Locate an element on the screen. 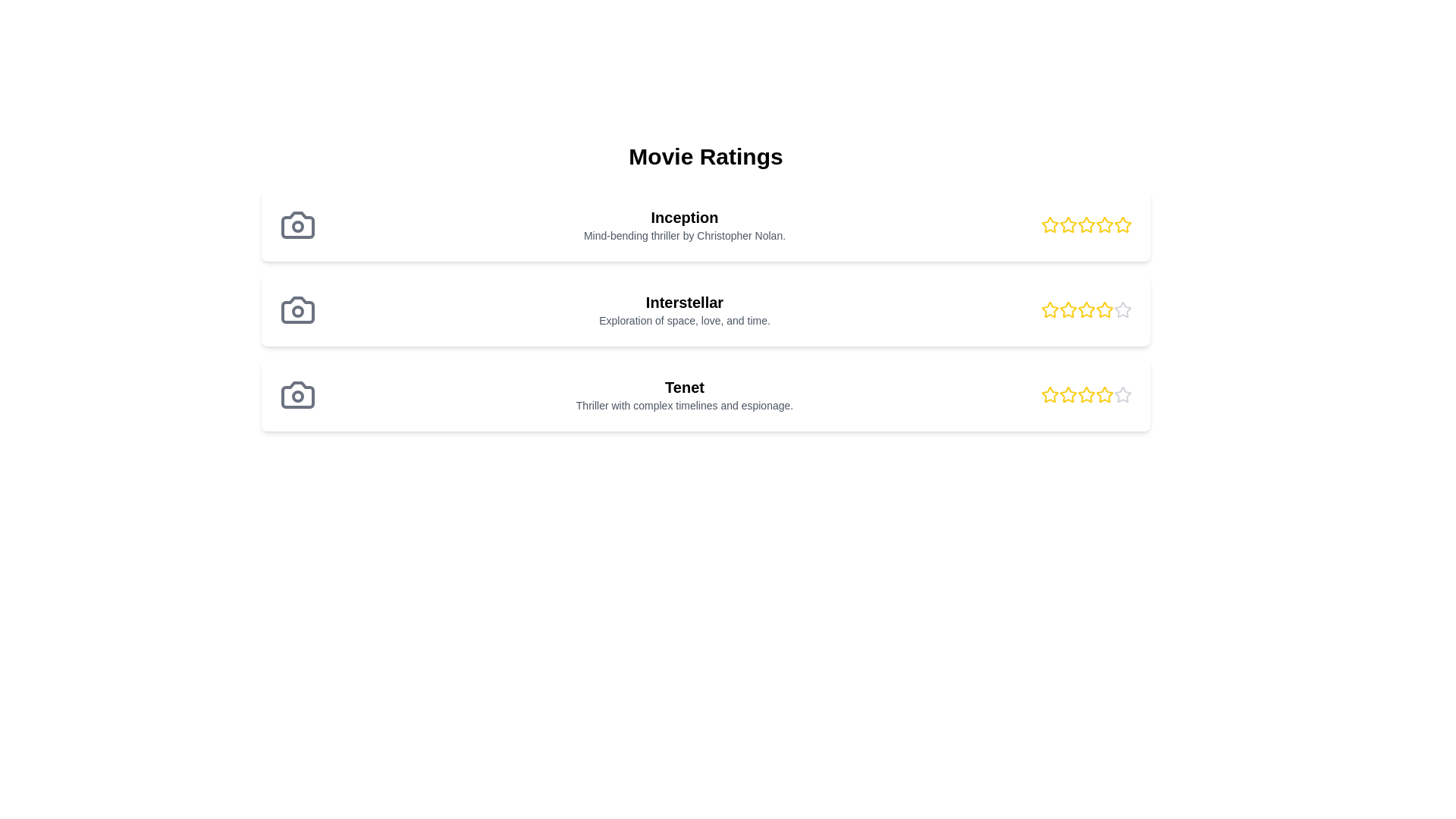 Image resolution: width=1456 pixels, height=819 pixels. keyboard navigation is located at coordinates (1123, 394).